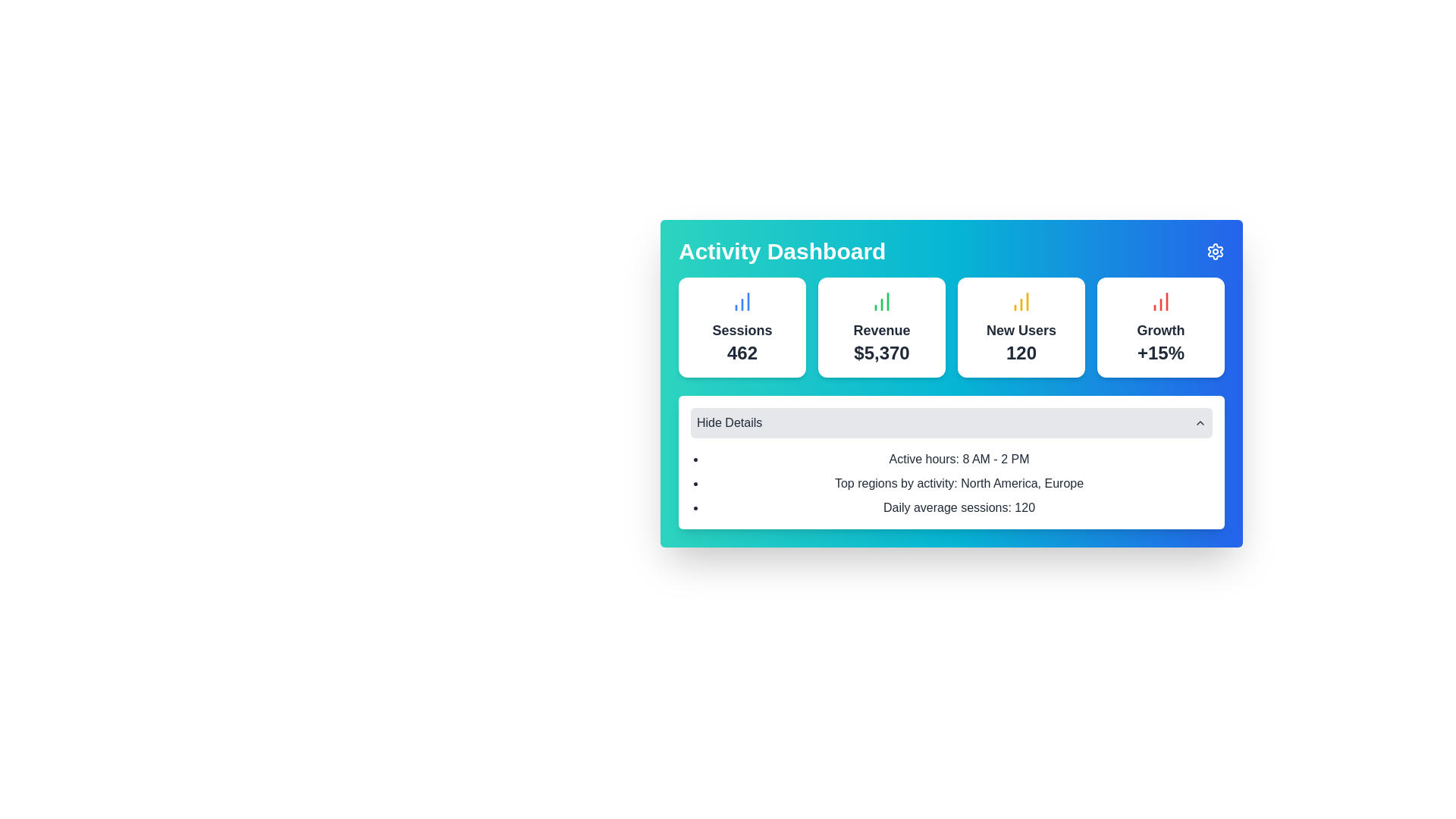  What do you see at coordinates (881, 327) in the screenshot?
I see `the information displayed in the second informational card titled 'Revenue' which shows the value '$5,370'` at bounding box center [881, 327].